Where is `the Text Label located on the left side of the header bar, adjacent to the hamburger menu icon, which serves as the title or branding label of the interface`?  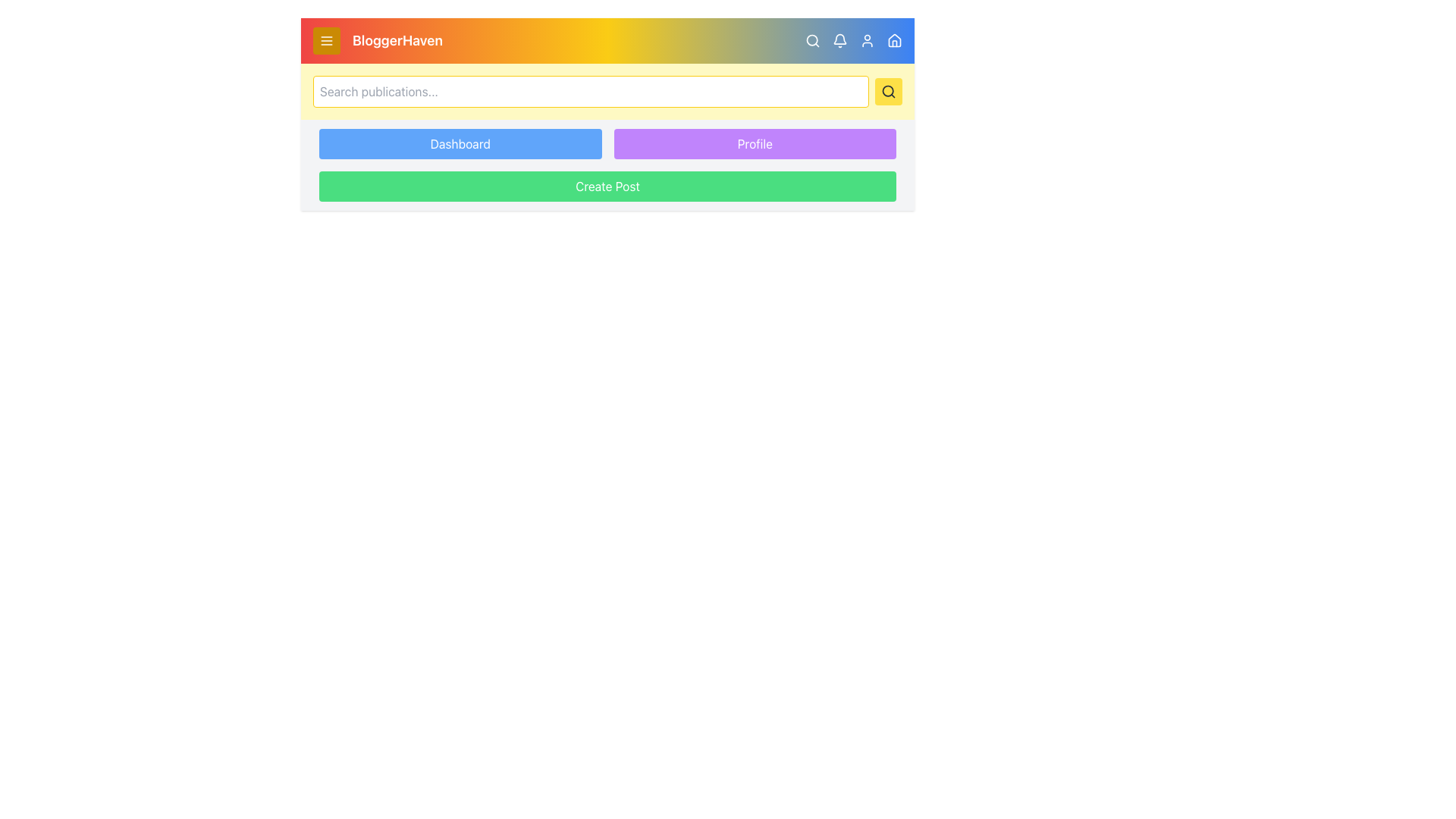 the Text Label located on the left side of the header bar, adjacent to the hamburger menu icon, which serves as the title or branding label of the interface is located at coordinates (378, 40).